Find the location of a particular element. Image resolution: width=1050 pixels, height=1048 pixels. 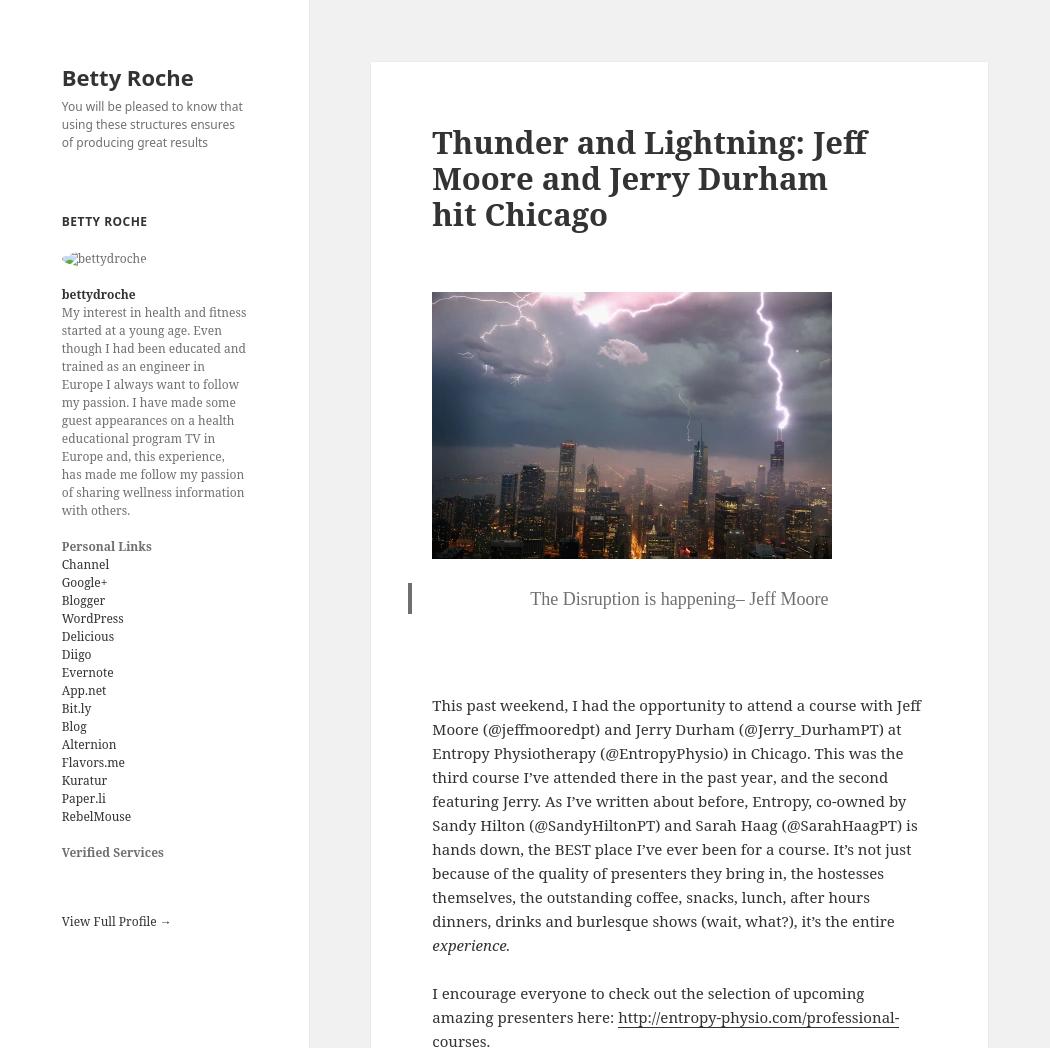

'Channel' is located at coordinates (85, 563).